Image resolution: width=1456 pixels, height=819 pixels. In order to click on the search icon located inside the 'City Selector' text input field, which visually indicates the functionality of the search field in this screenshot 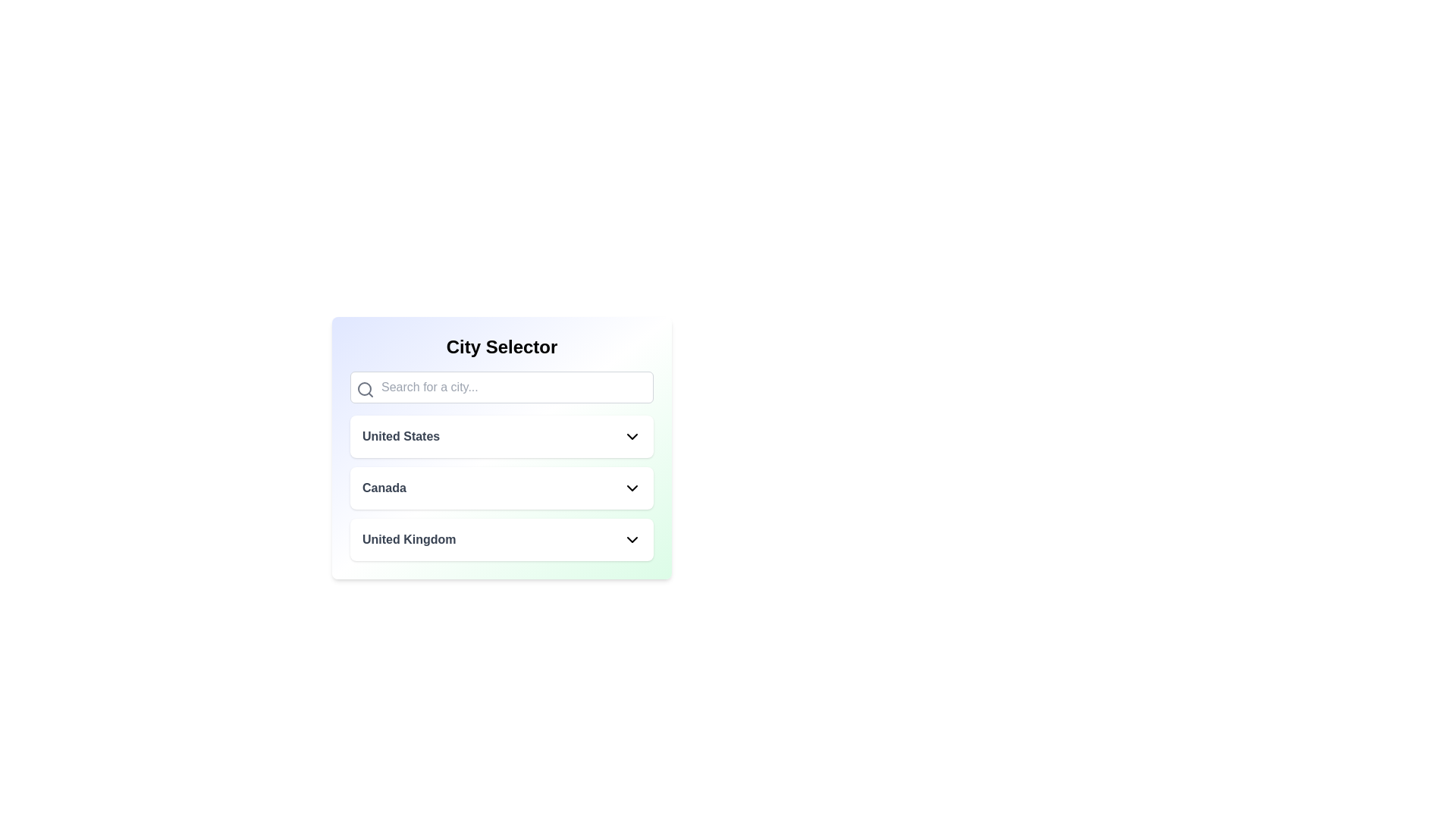, I will do `click(365, 388)`.